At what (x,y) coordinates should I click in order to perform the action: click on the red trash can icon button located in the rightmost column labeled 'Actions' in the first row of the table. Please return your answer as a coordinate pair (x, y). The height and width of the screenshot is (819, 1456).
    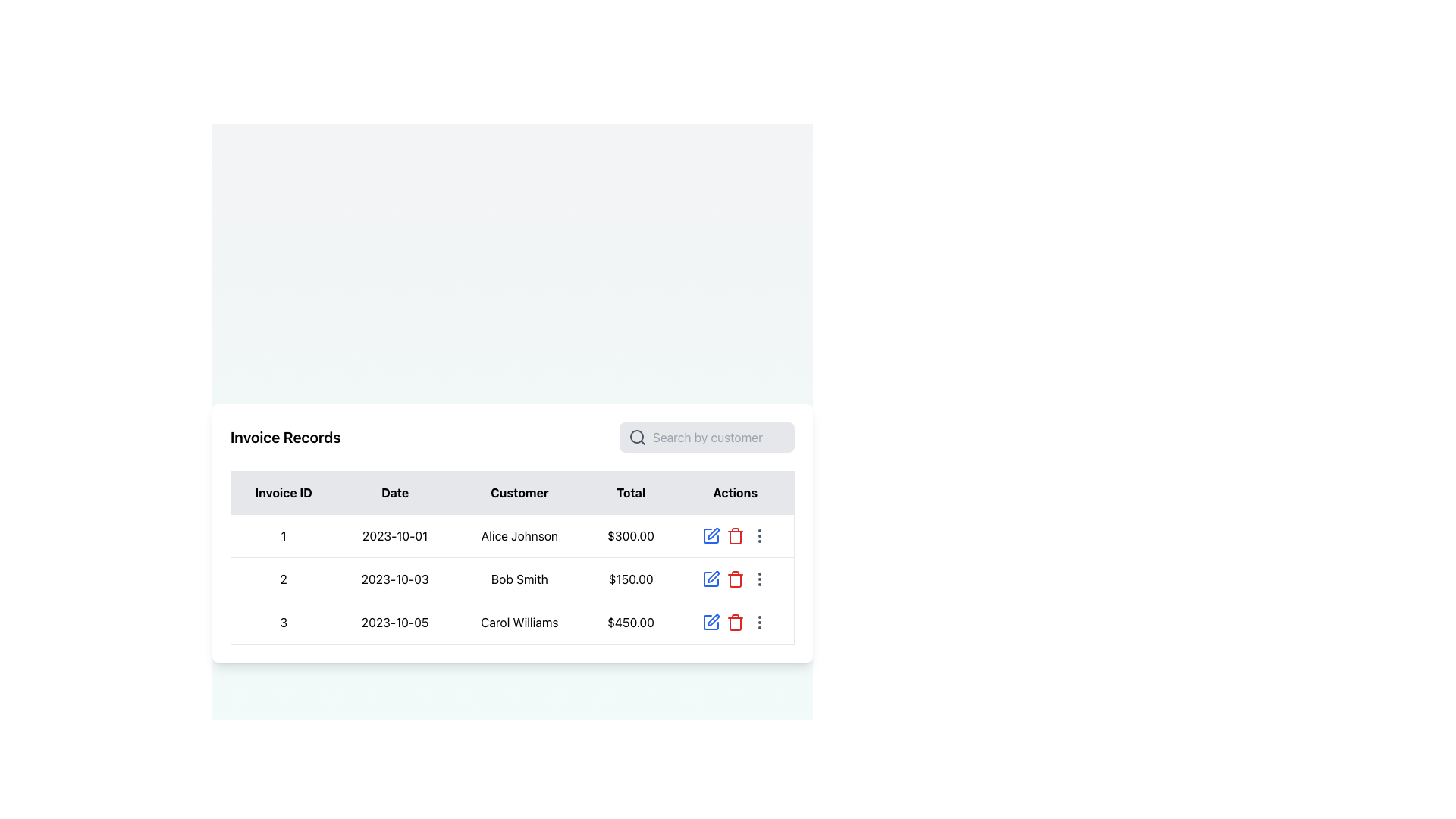
    Looking at the image, I should click on (735, 535).